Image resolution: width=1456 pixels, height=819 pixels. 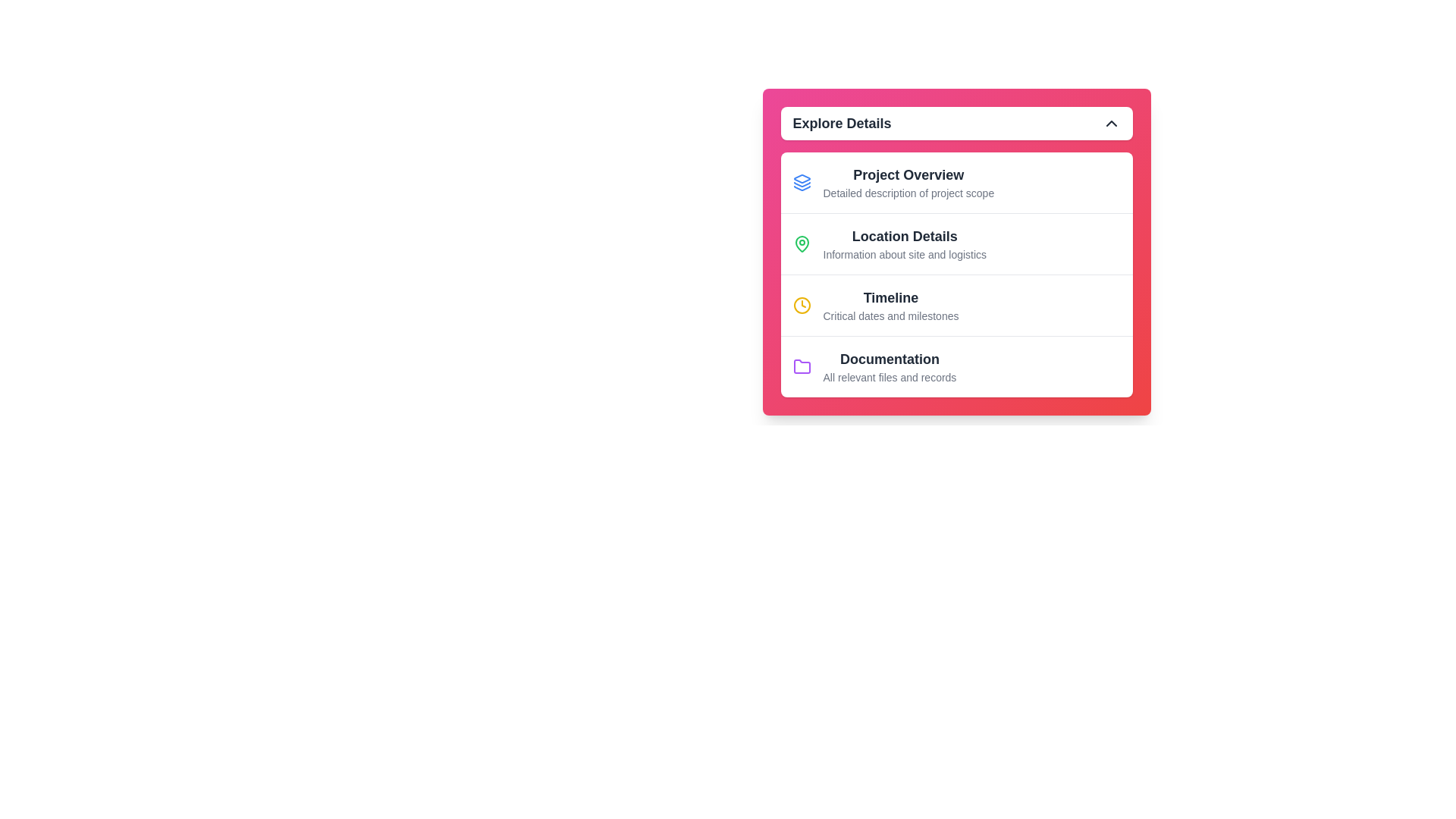 What do you see at coordinates (908, 181) in the screenshot?
I see `the clickable list item titled 'Project Overview' with subtitle 'Detailed description of project scope'` at bounding box center [908, 181].